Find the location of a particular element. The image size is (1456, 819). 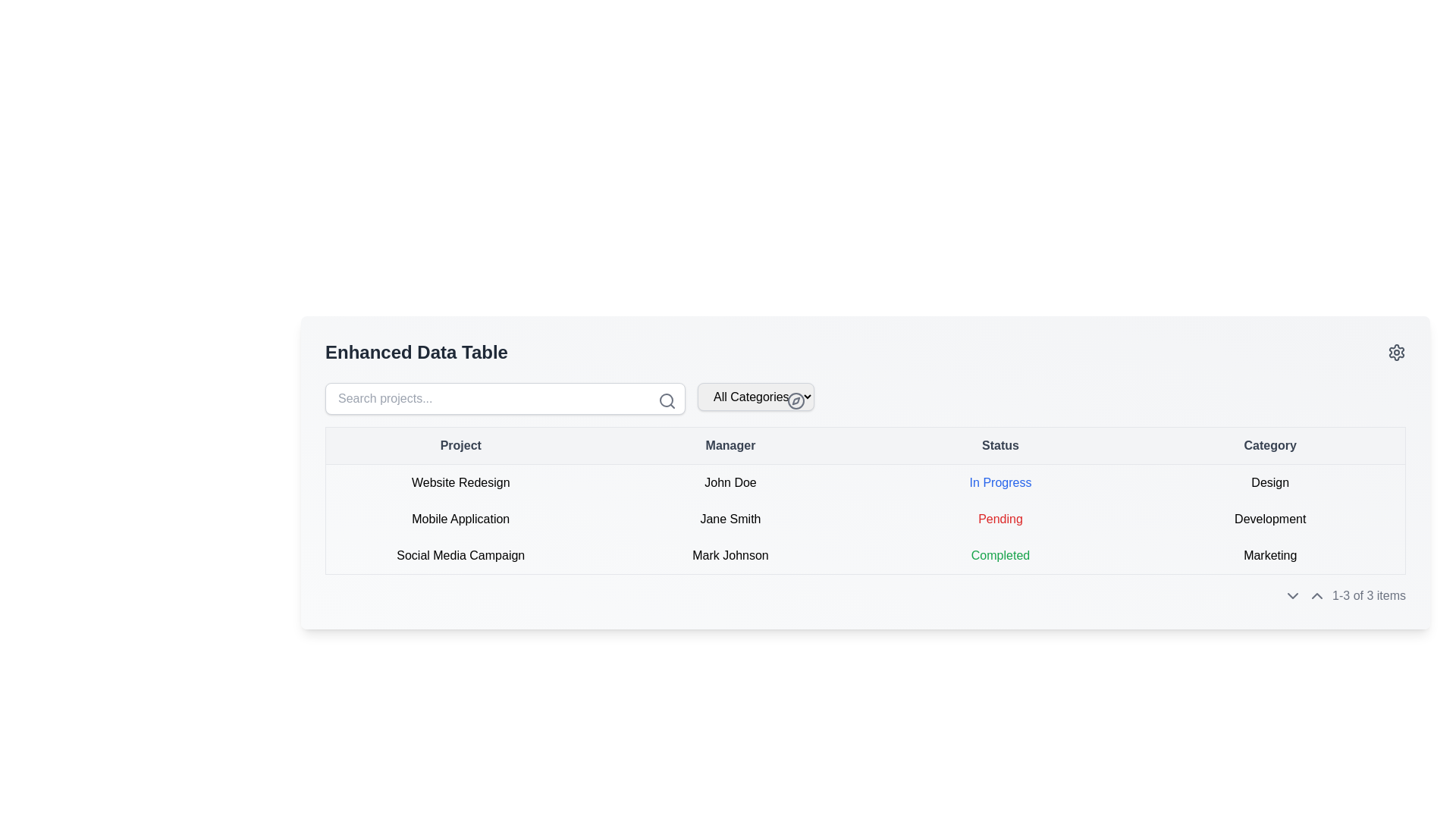

the header label for the first column in a data table, which indicates project-related entries, located at the top-left corner of the layout is located at coordinates (460, 444).